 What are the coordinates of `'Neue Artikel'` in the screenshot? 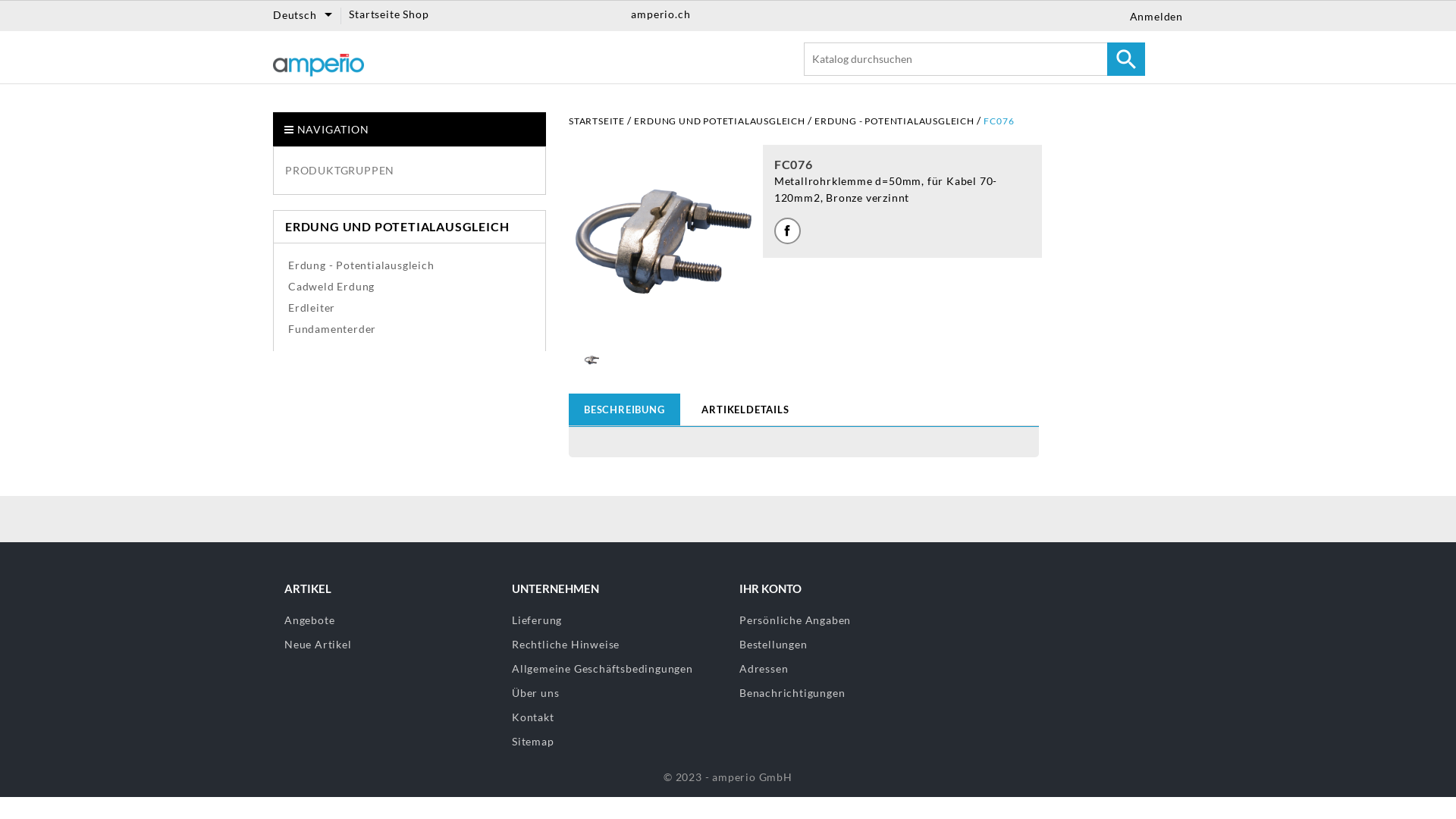 It's located at (284, 644).